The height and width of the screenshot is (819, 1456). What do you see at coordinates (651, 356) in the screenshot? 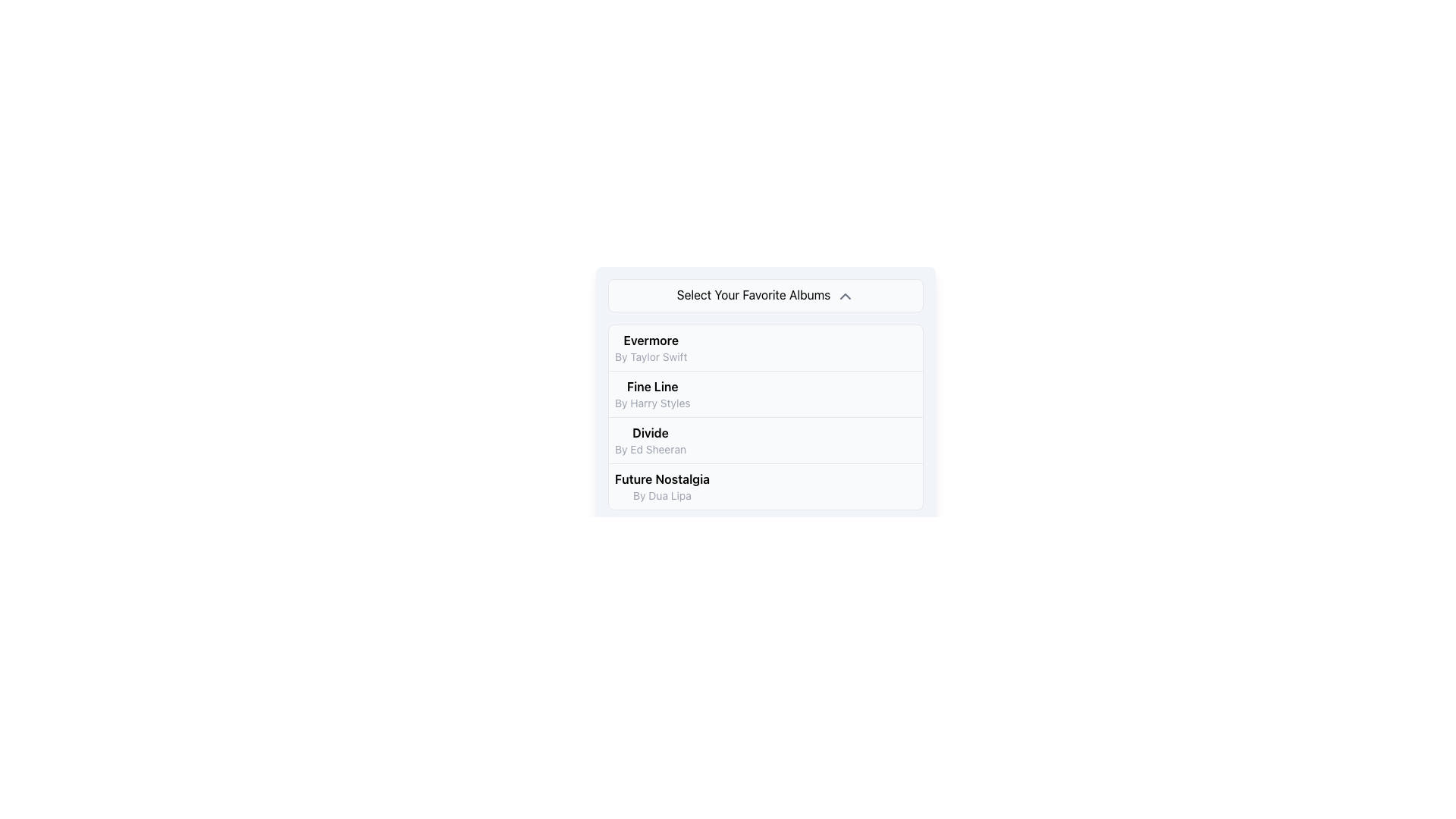
I see `the text label displaying the artist responsible for the album 'Evermore', located immediately below the album title in the vertical list` at bounding box center [651, 356].